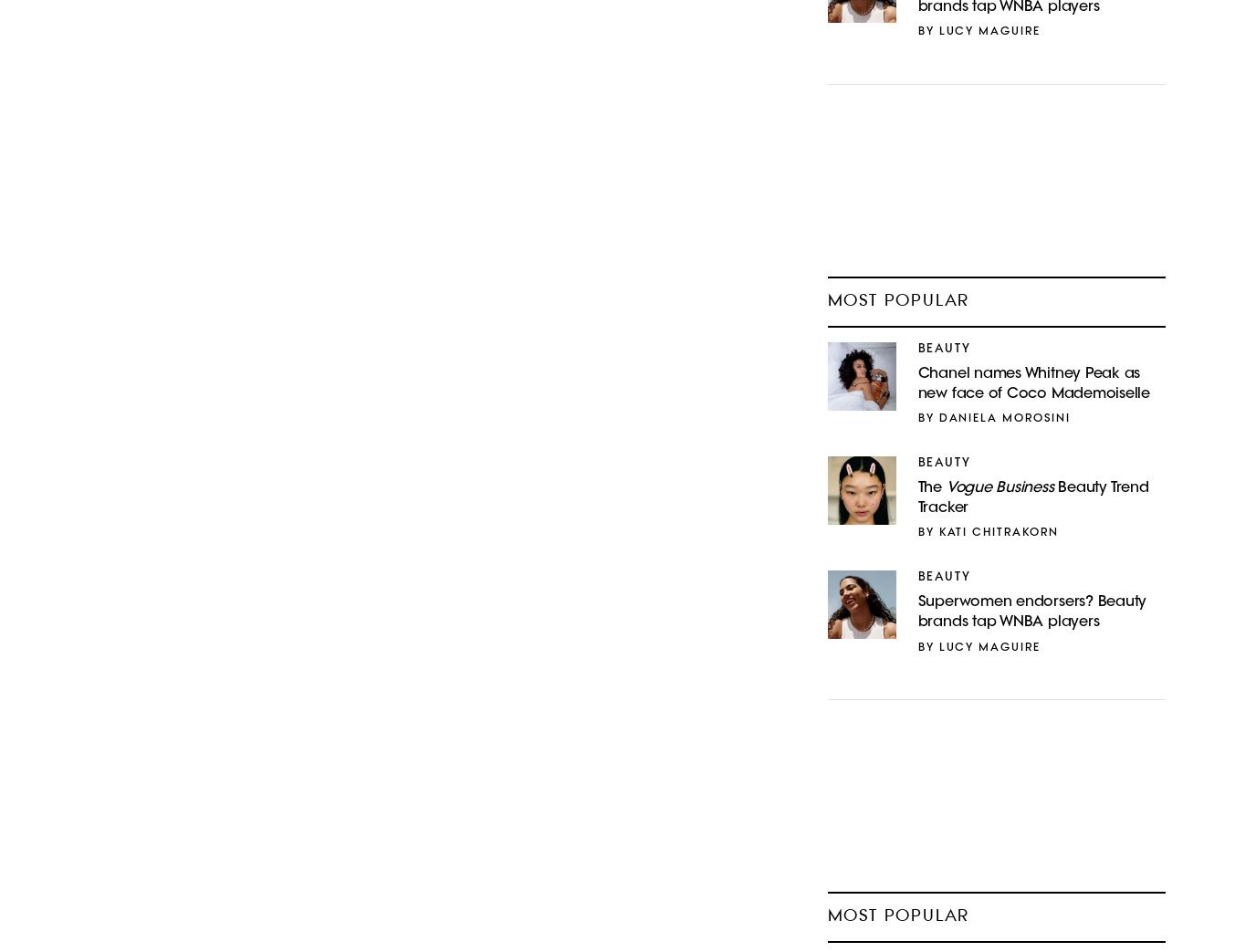  I want to click on 'Kati Chitrakorn', so click(998, 532).